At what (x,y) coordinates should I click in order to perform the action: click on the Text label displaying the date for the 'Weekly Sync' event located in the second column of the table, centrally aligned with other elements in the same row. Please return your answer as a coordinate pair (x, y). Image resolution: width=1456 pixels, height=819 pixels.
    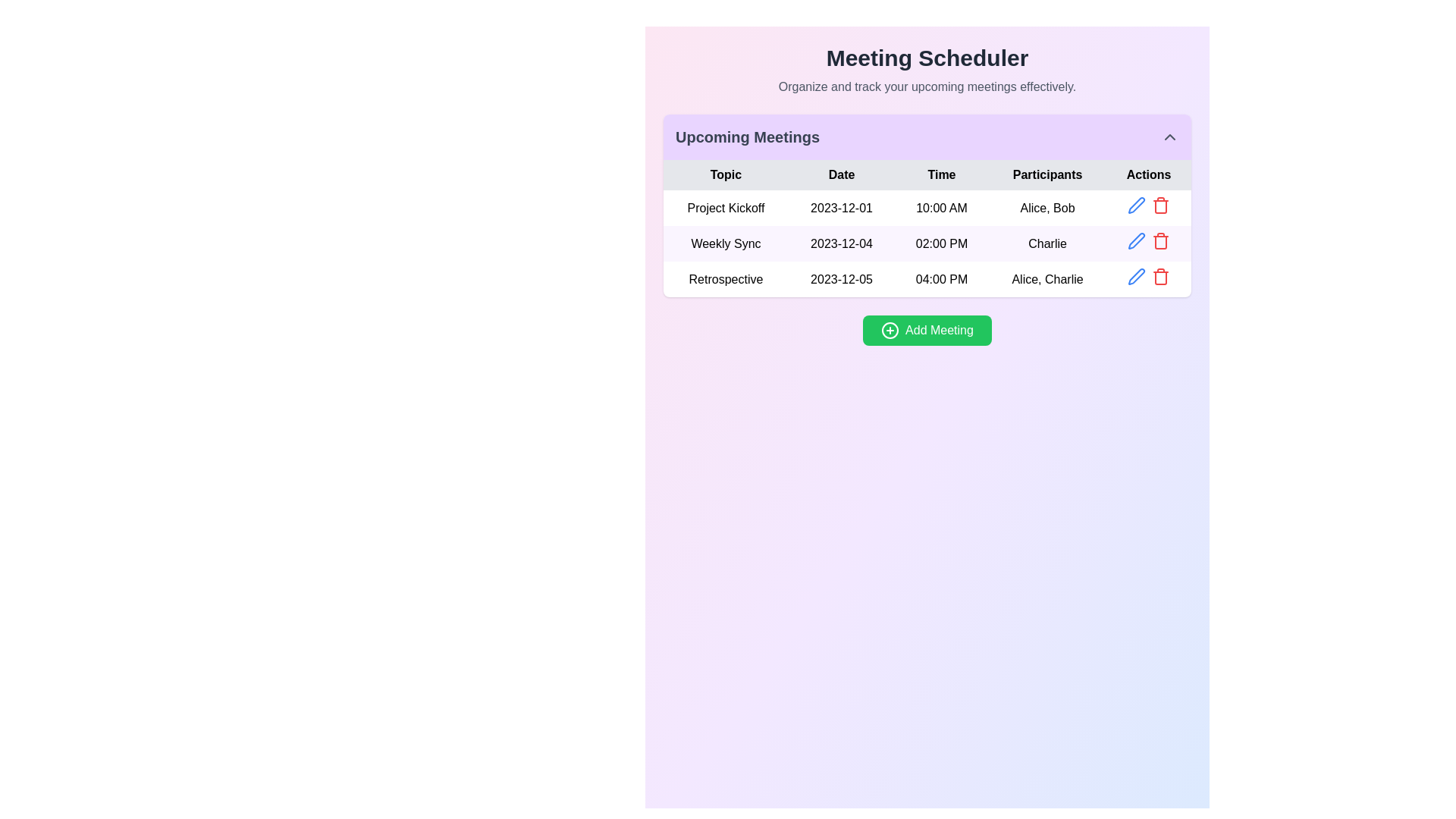
    Looking at the image, I should click on (840, 243).